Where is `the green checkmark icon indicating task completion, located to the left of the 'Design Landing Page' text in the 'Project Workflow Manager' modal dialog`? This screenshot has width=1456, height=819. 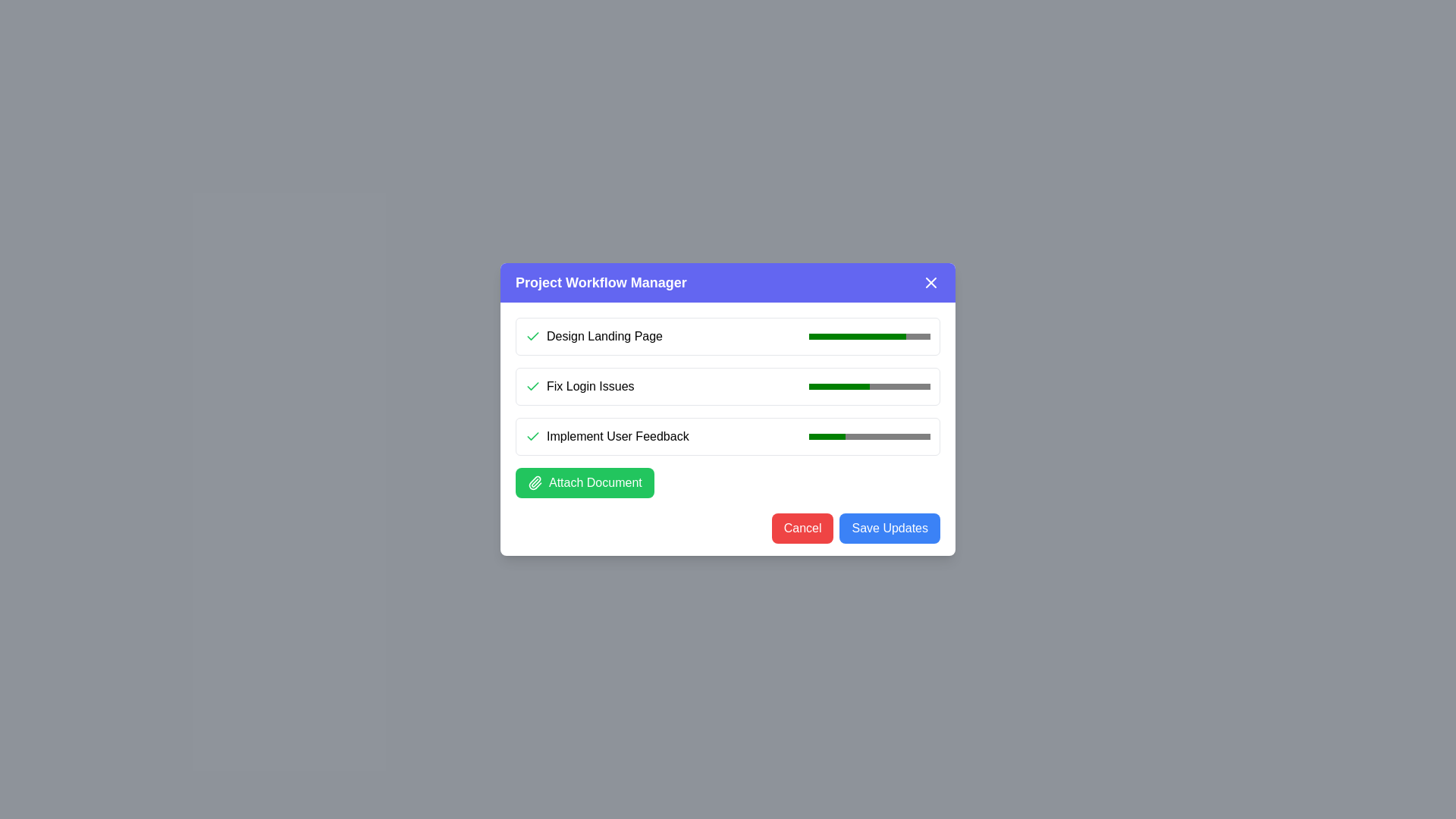
the green checkmark icon indicating task completion, located to the left of the 'Design Landing Page' text in the 'Project Workflow Manager' modal dialog is located at coordinates (532, 385).